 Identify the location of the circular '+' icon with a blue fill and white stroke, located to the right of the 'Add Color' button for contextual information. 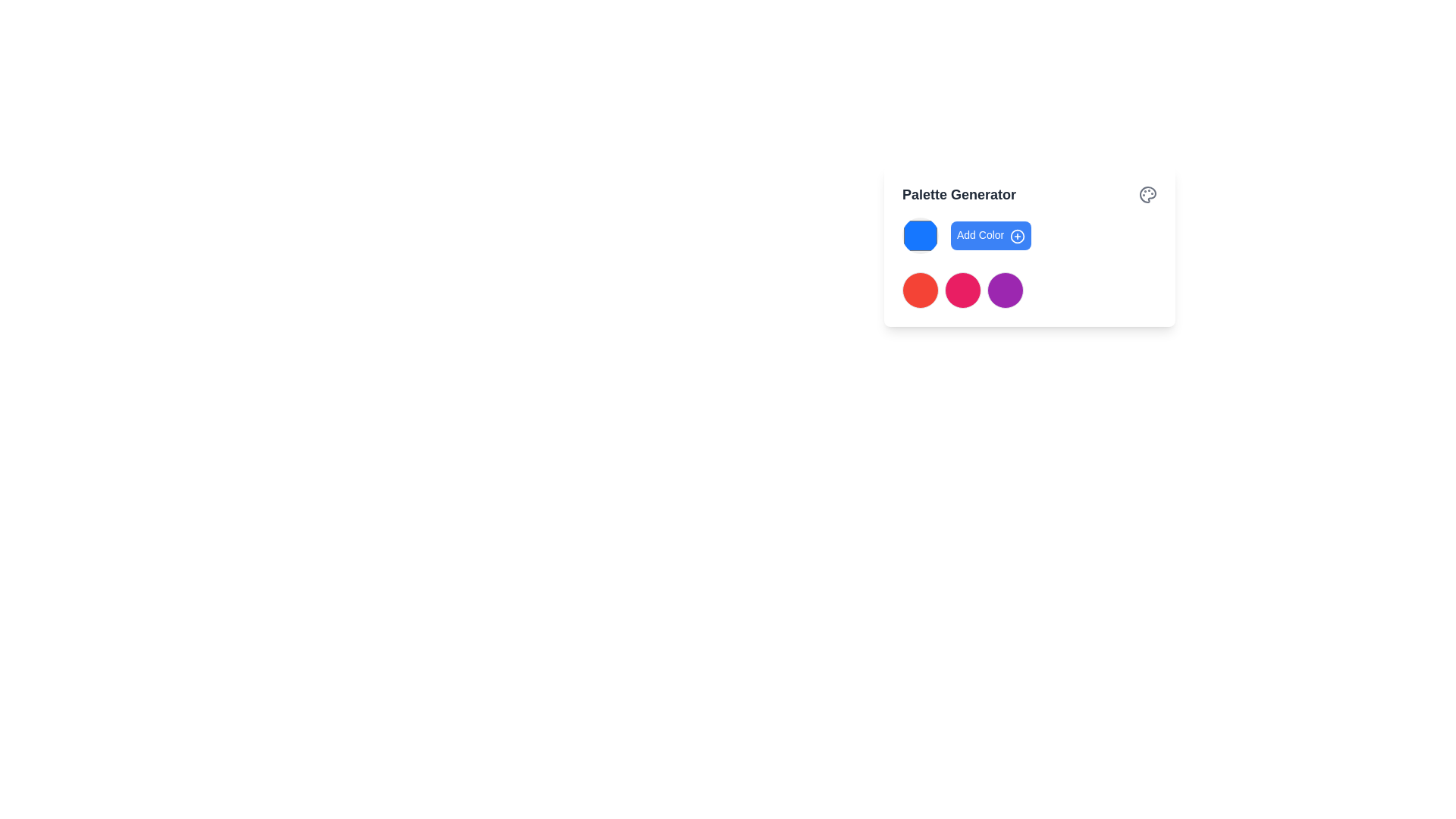
(1018, 236).